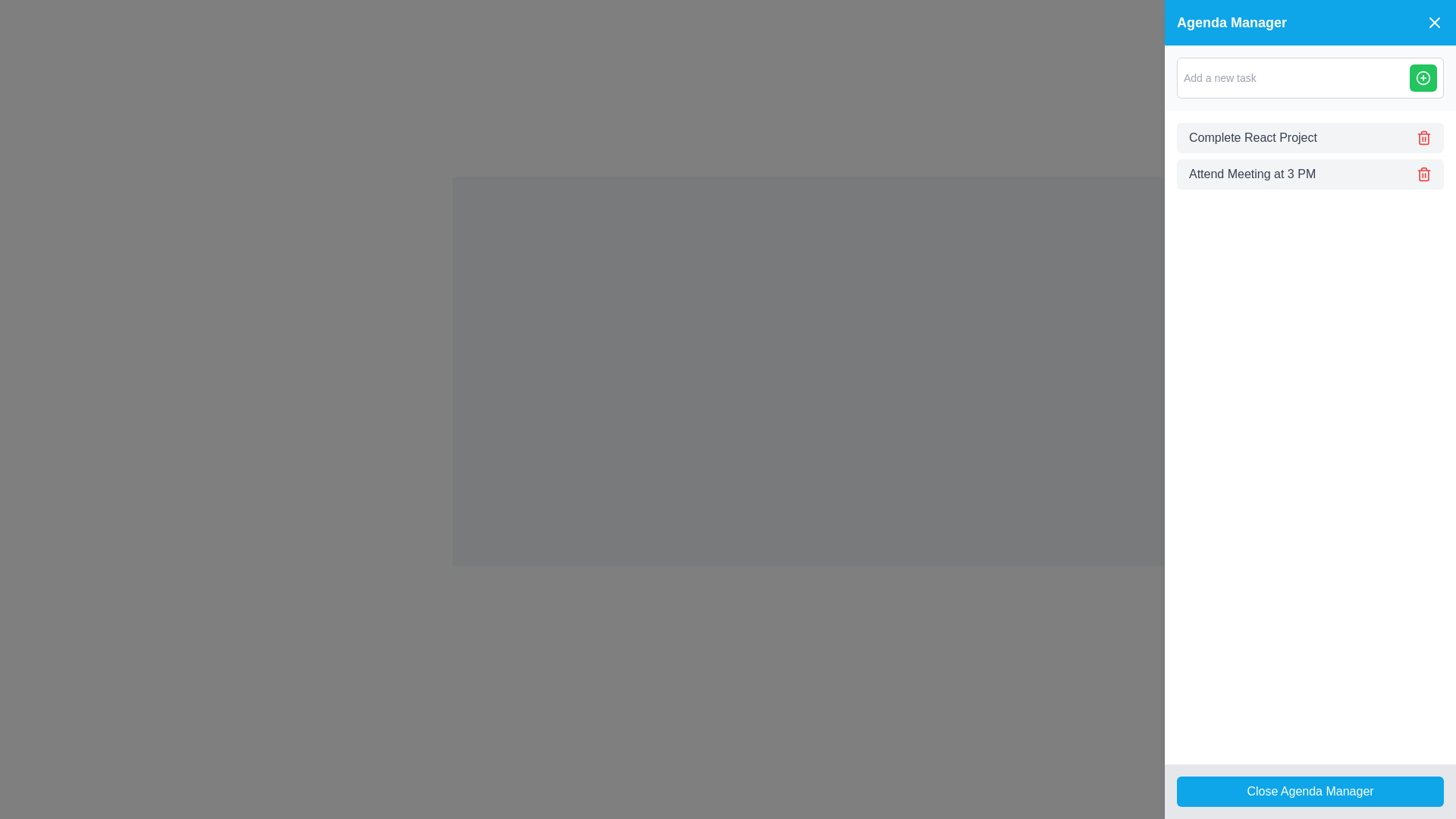 Image resolution: width=1456 pixels, height=819 pixels. Describe the element at coordinates (1422, 78) in the screenshot. I see `the circular '+' button with a green background located to the upper-right corner of the interface, adjacent to the 'Add a new task' input field` at that location.